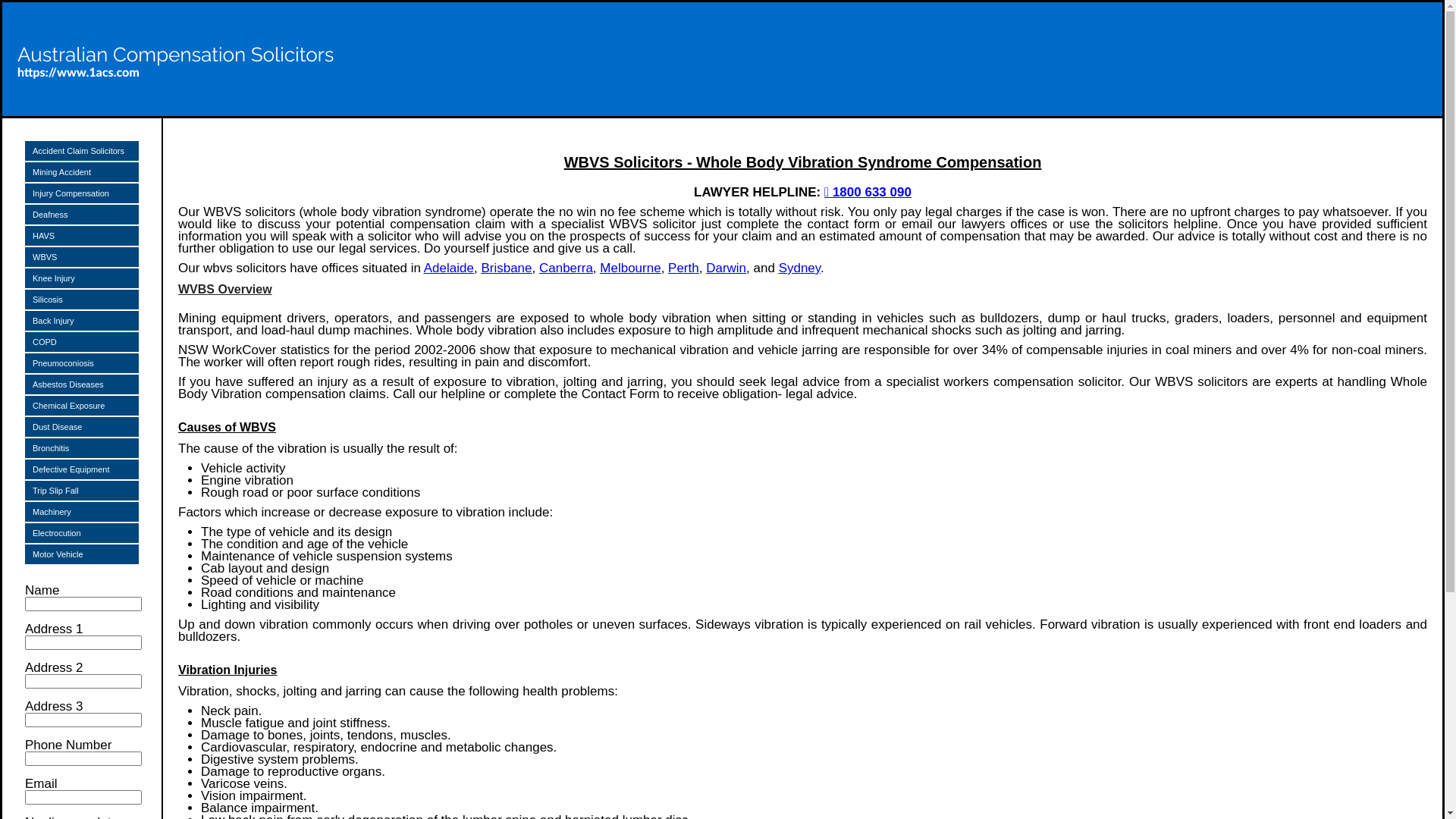 This screenshot has height=819, width=1456. Describe the element at coordinates (565, 267) in the screenshot. I see `'Canberra'` at that location.